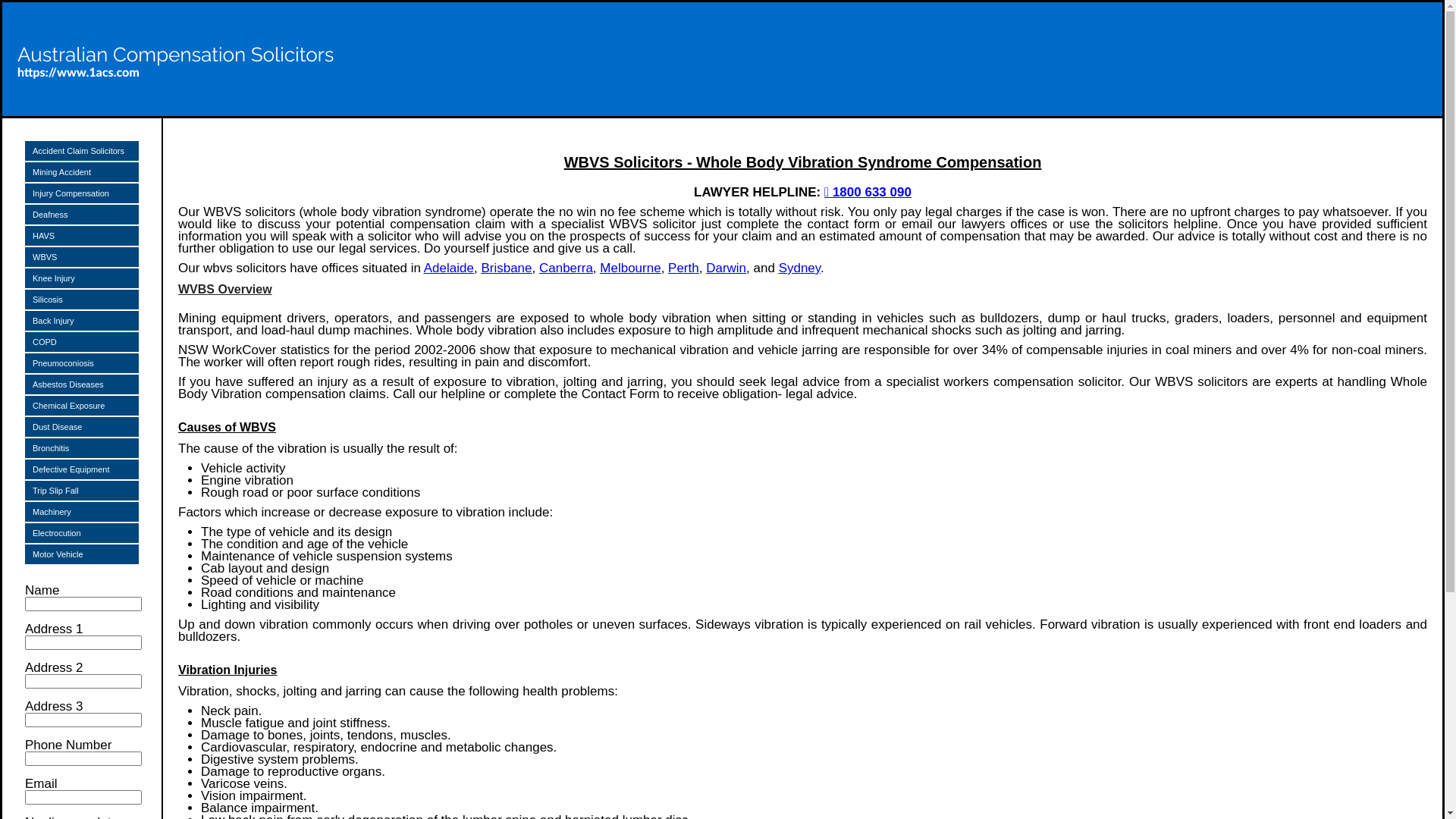 This screenshot has height=819, width=1456. Describe the element at coordinates (565, 267) in the screenshot. I see `'Canberra'` at that location.